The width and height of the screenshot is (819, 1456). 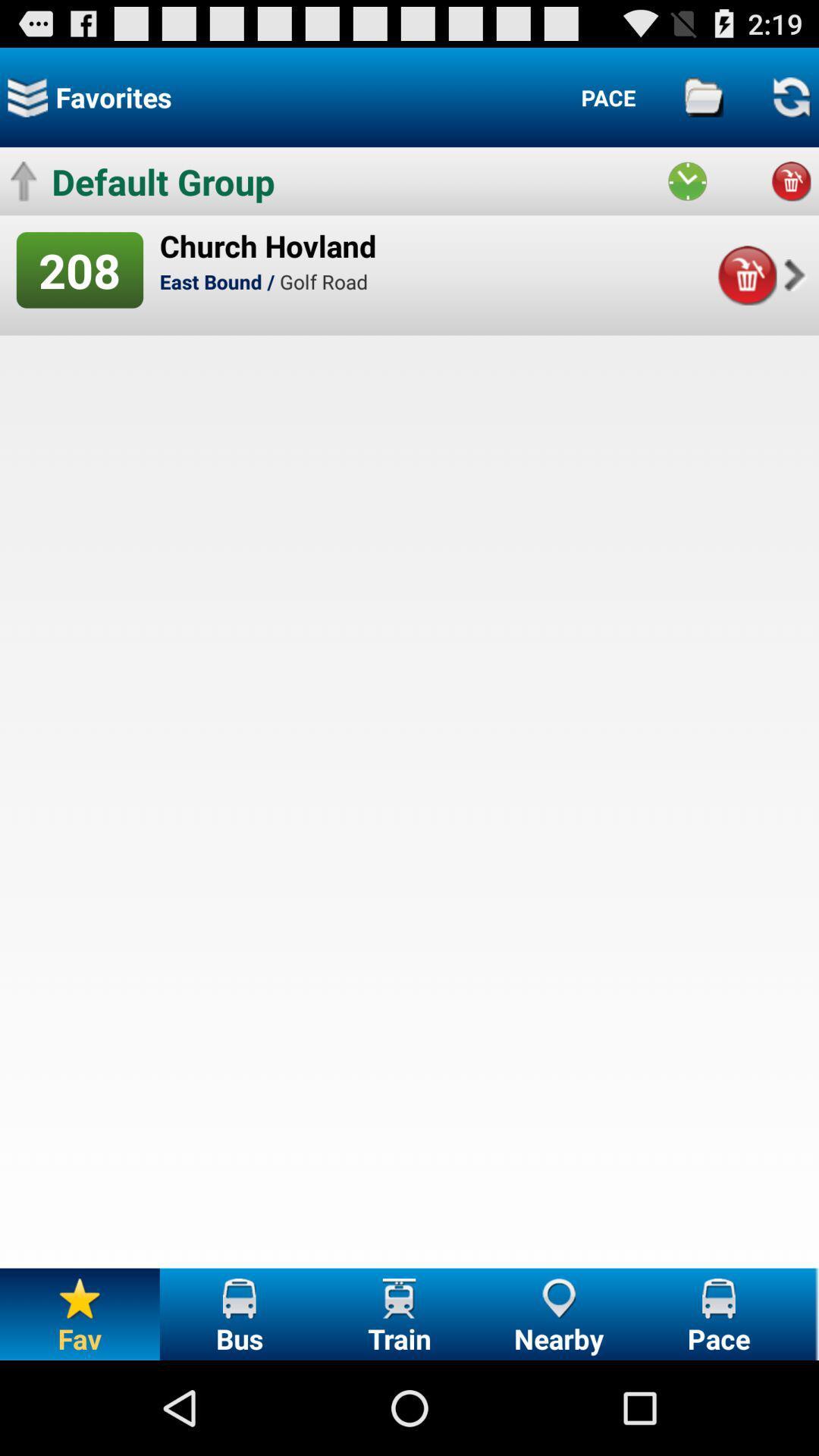 What do you see at coordinates (790, 96) in the screenshot?
I see `refresh site` at bounding box center [790, 96].